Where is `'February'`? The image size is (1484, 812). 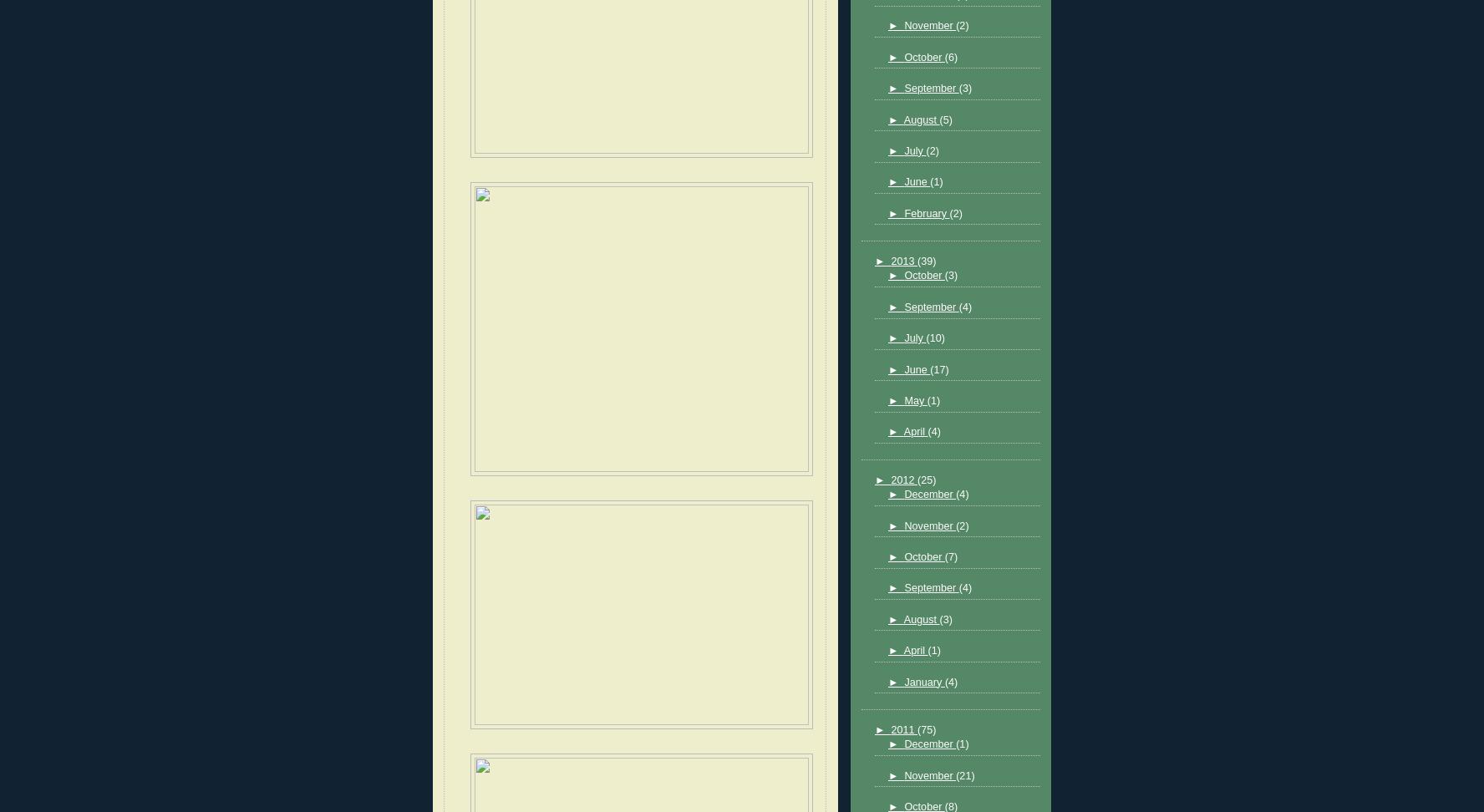
'February' is located at coordinates (902, 212).